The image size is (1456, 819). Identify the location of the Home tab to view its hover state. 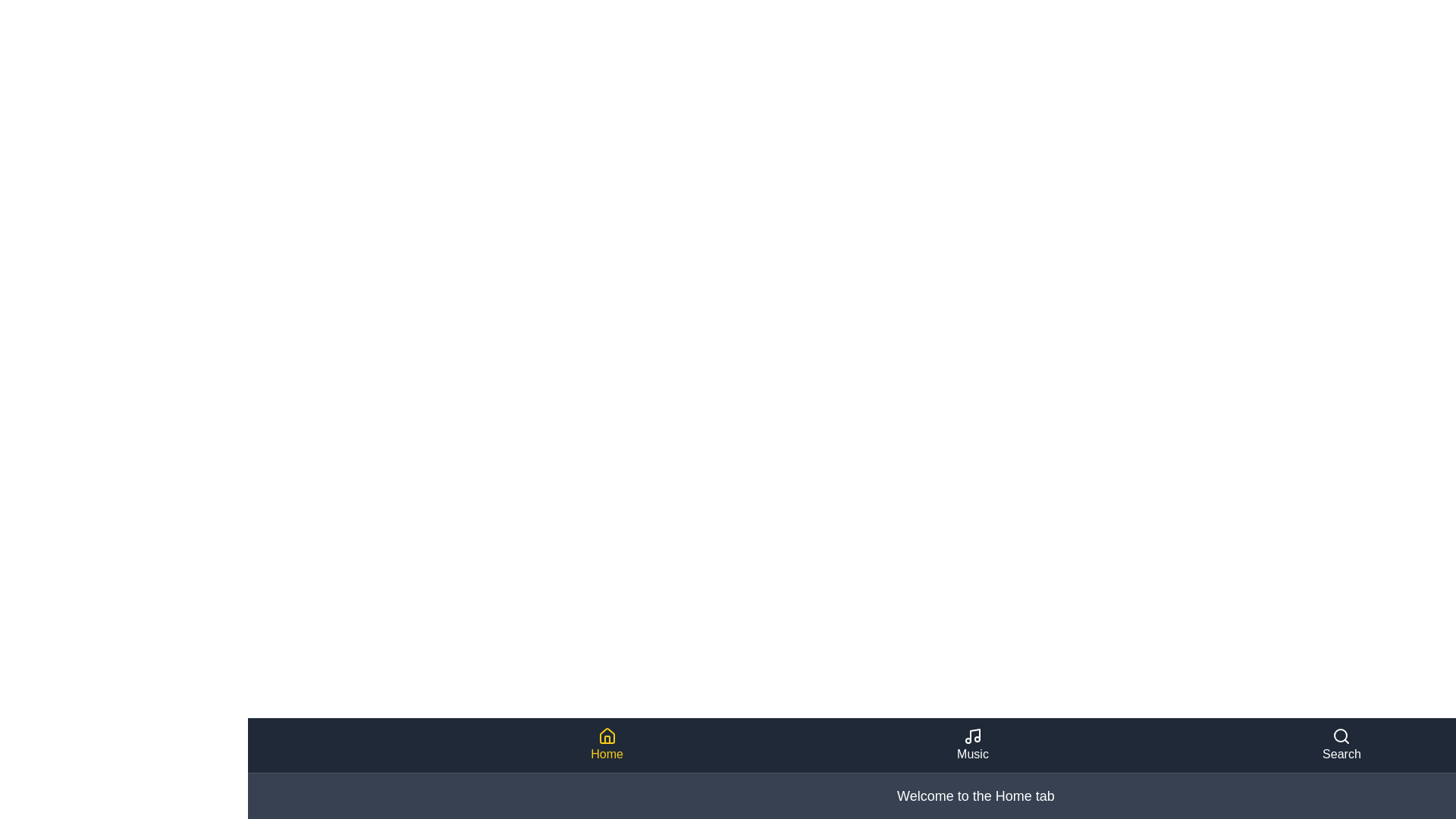
(607, 745).